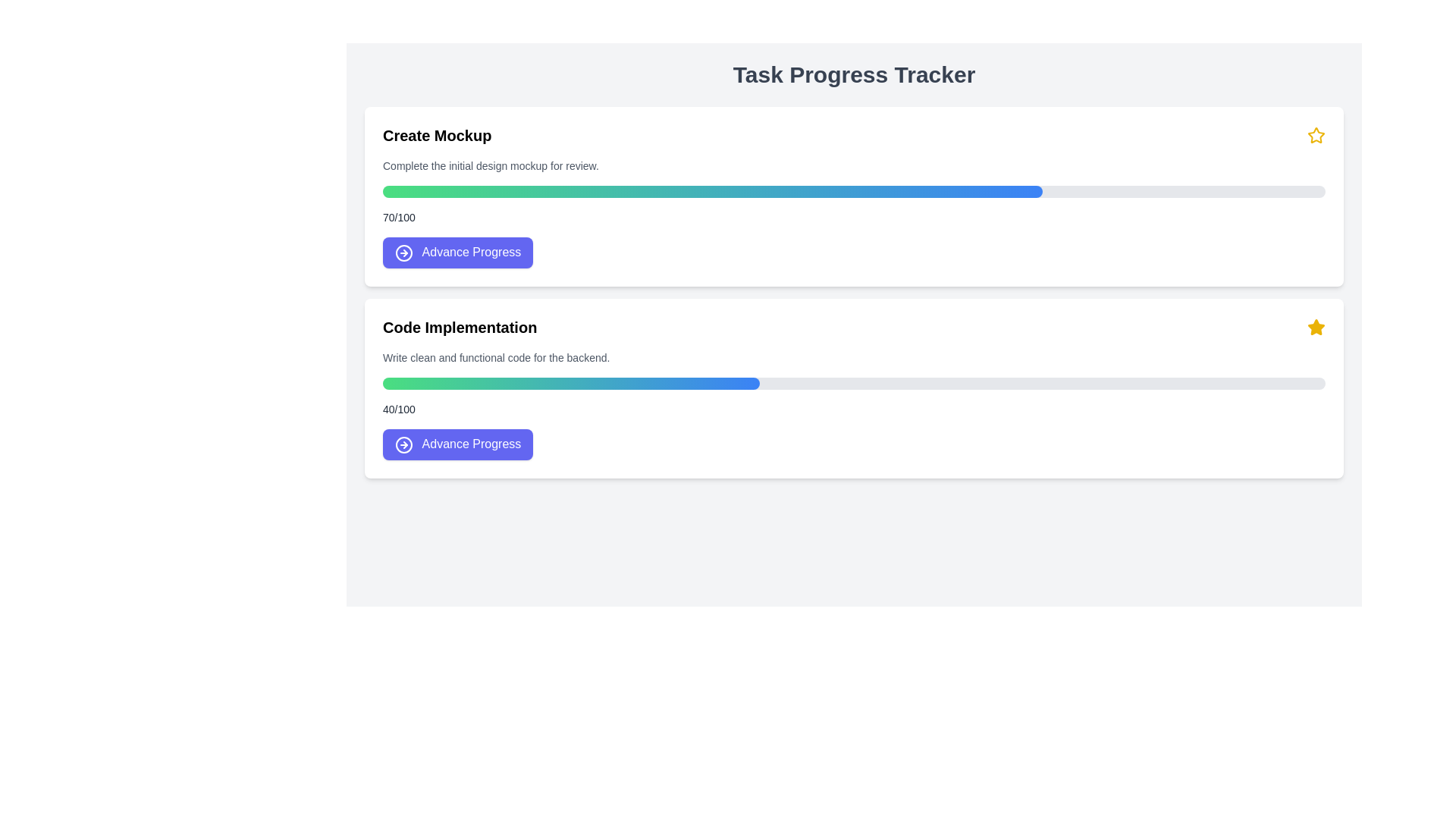  Describe the element at coordinates (436, 134) in the screenshot. I see `text of the Text Label that serves as the title for the 'Create Mockup' task, located at the top of the first task card under 'Task Progress Tracker'` at that location.